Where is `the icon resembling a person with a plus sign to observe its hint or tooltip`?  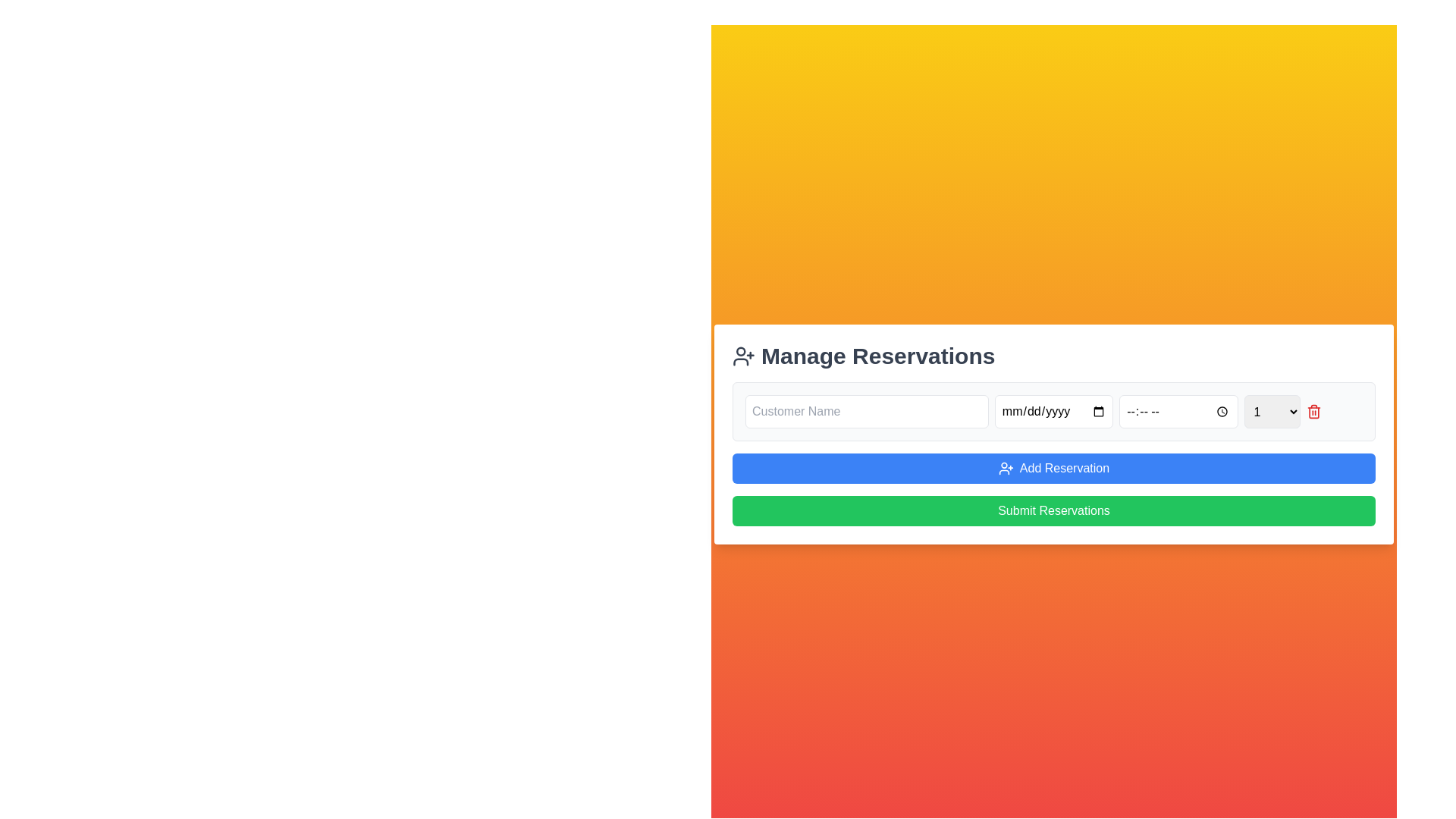
the icon resembling a person with a plus sign to observe its hint or tooltip is located at coordinates (743, 356).